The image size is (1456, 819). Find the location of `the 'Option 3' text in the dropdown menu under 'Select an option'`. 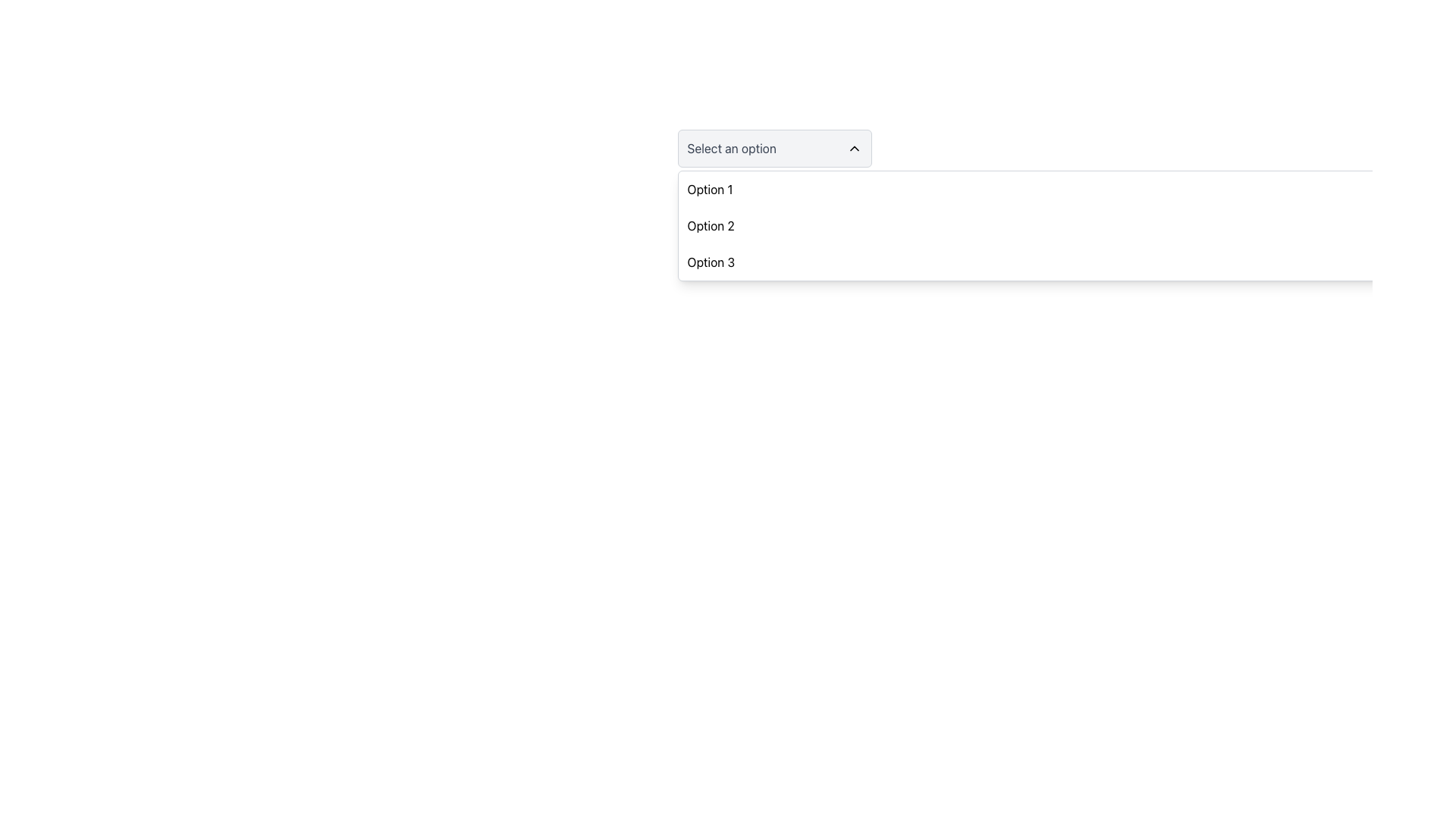

the 'Option 3' text in the dropdown menu under 'Select an option' is located at coordinates (710, 262).